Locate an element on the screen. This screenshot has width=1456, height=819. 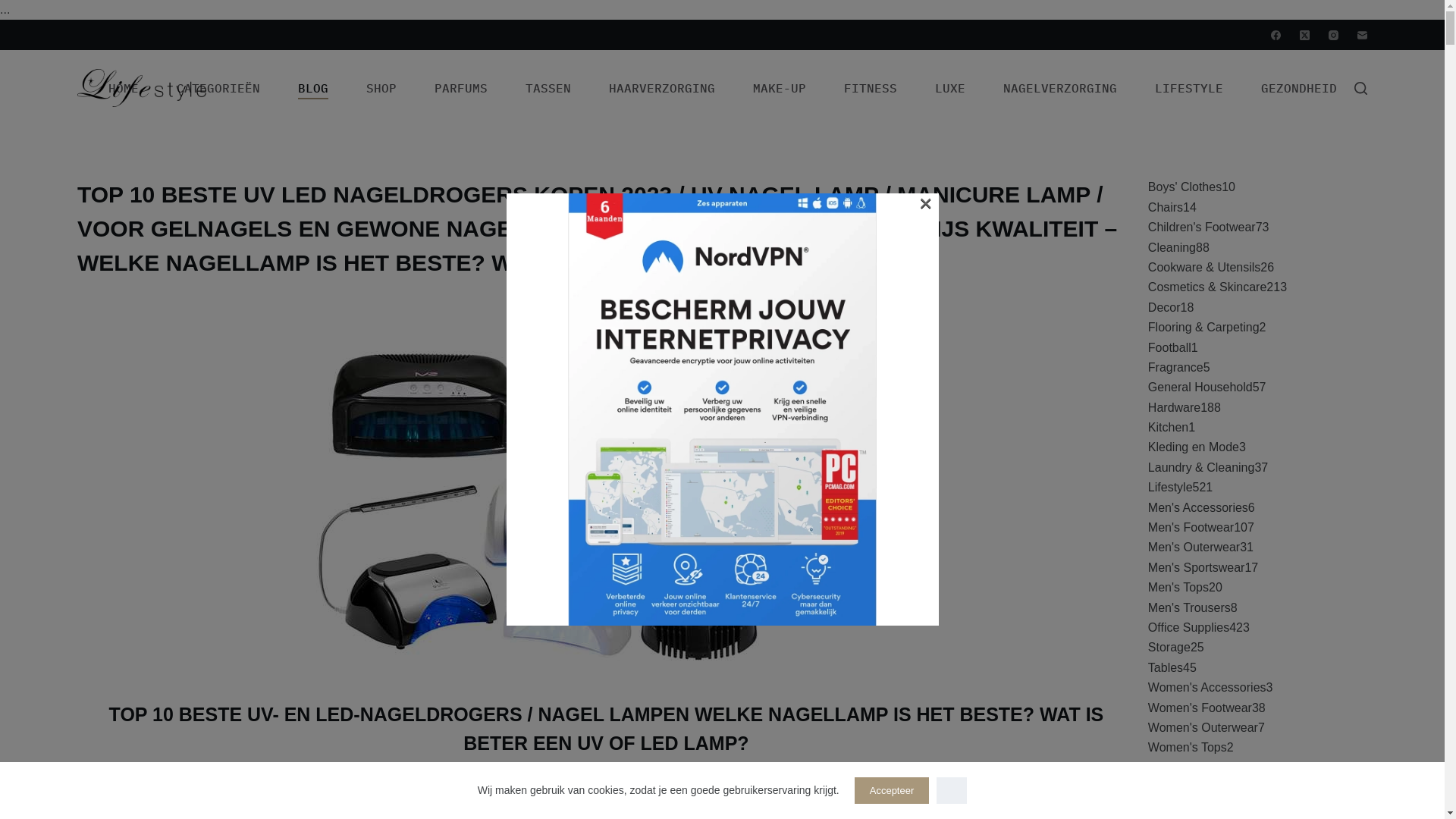
'Cosmetics & Skincare' is located at coordinates (1207, 287).